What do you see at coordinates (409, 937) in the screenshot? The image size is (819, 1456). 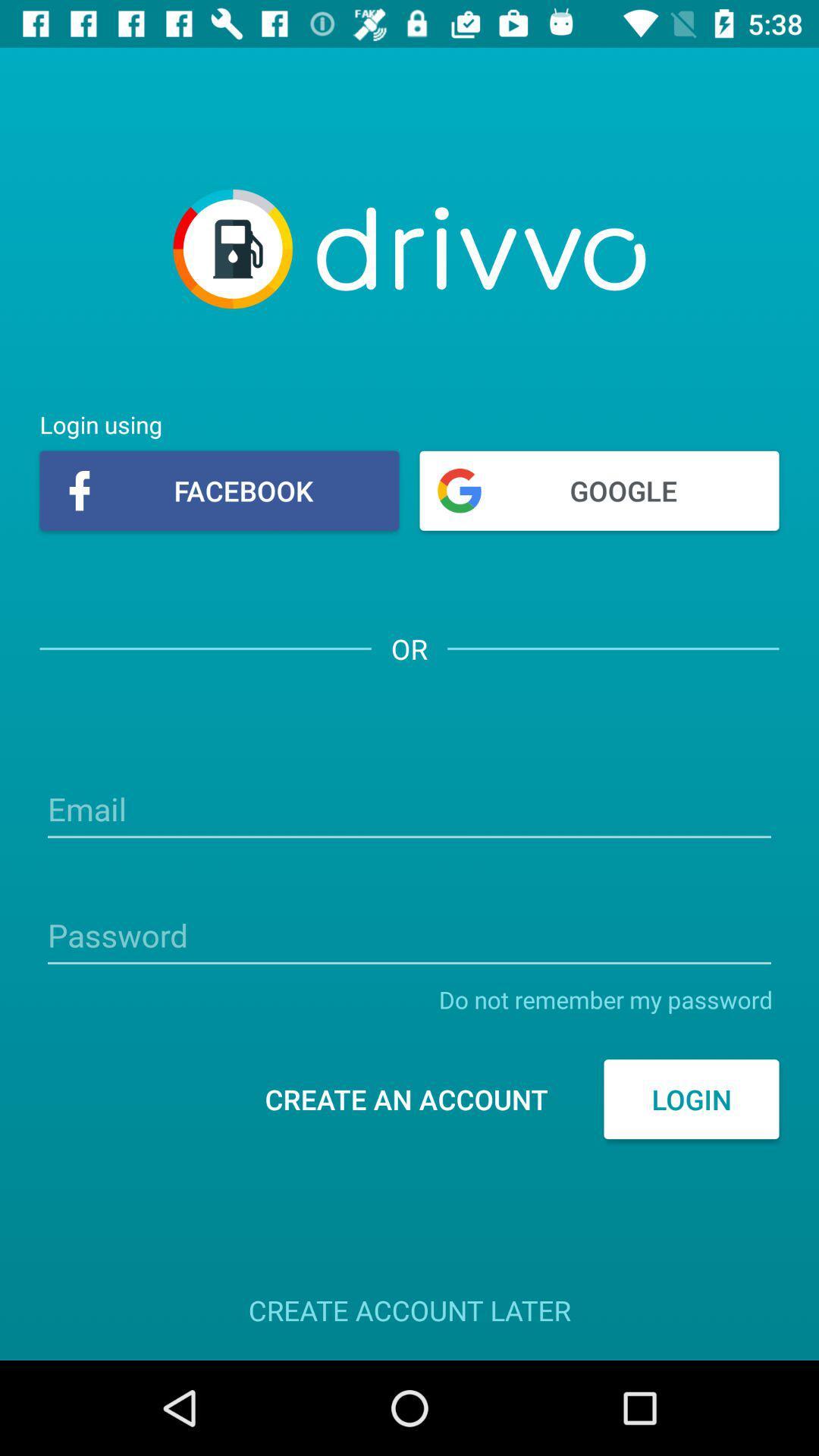 I see `password input` at bounding box center [409, 937].